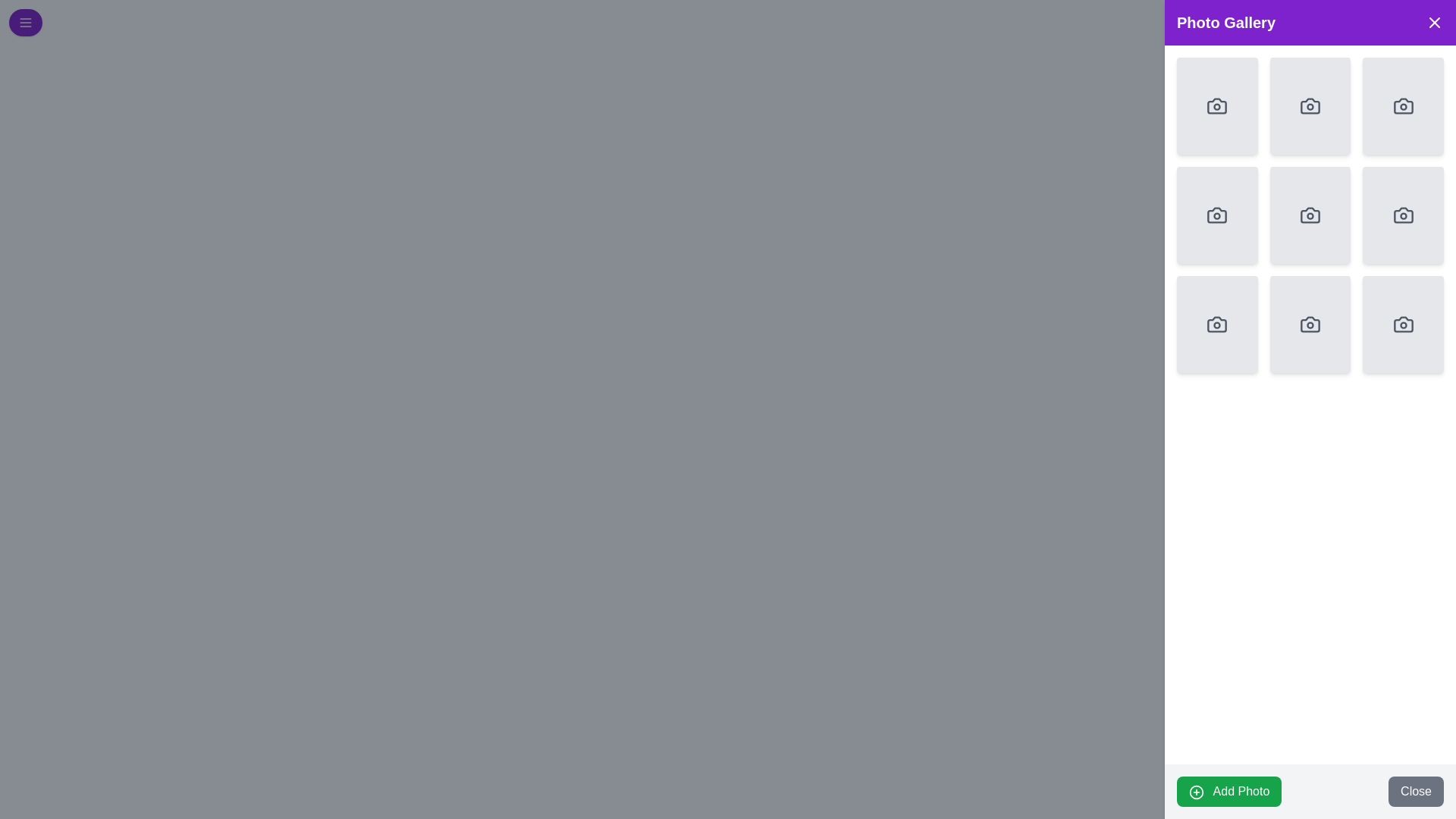 This screenshot has width=1456, height=819. What do you see at coordinates (1402, 215) in the screenshot?
I see `the empty square display box with a camera icon in the bottom-right corner of the 'Photo Gallery' panel` at bounding box center [1402, 215].